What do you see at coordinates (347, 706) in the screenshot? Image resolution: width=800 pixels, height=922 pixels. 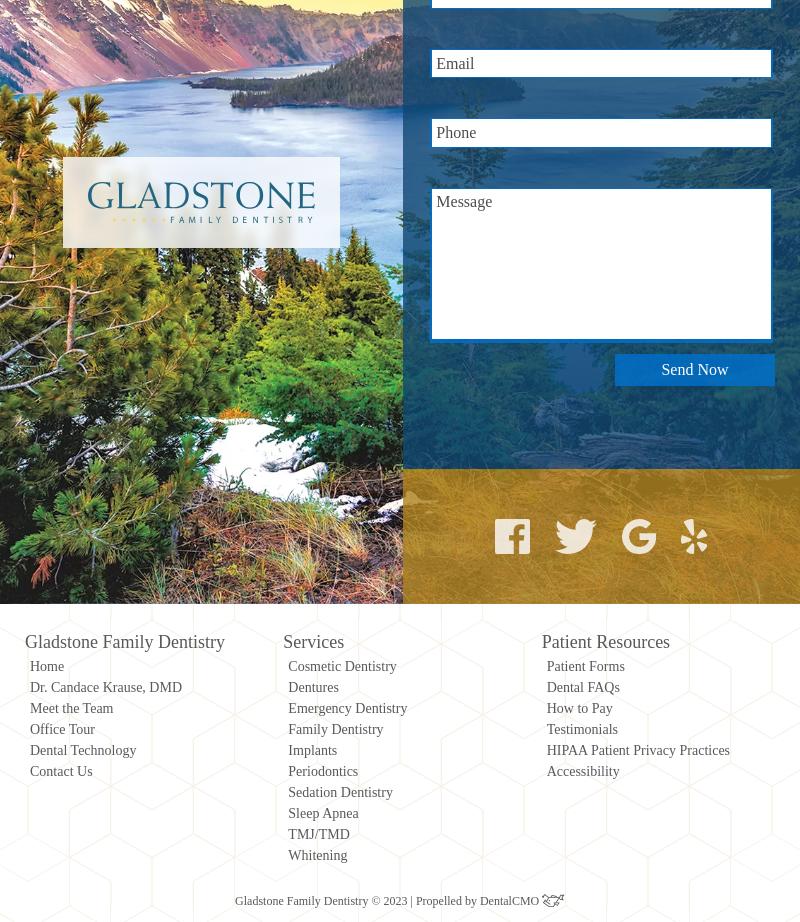 I see `'Emergency Dentistry'` at bounding box center [347, 706].